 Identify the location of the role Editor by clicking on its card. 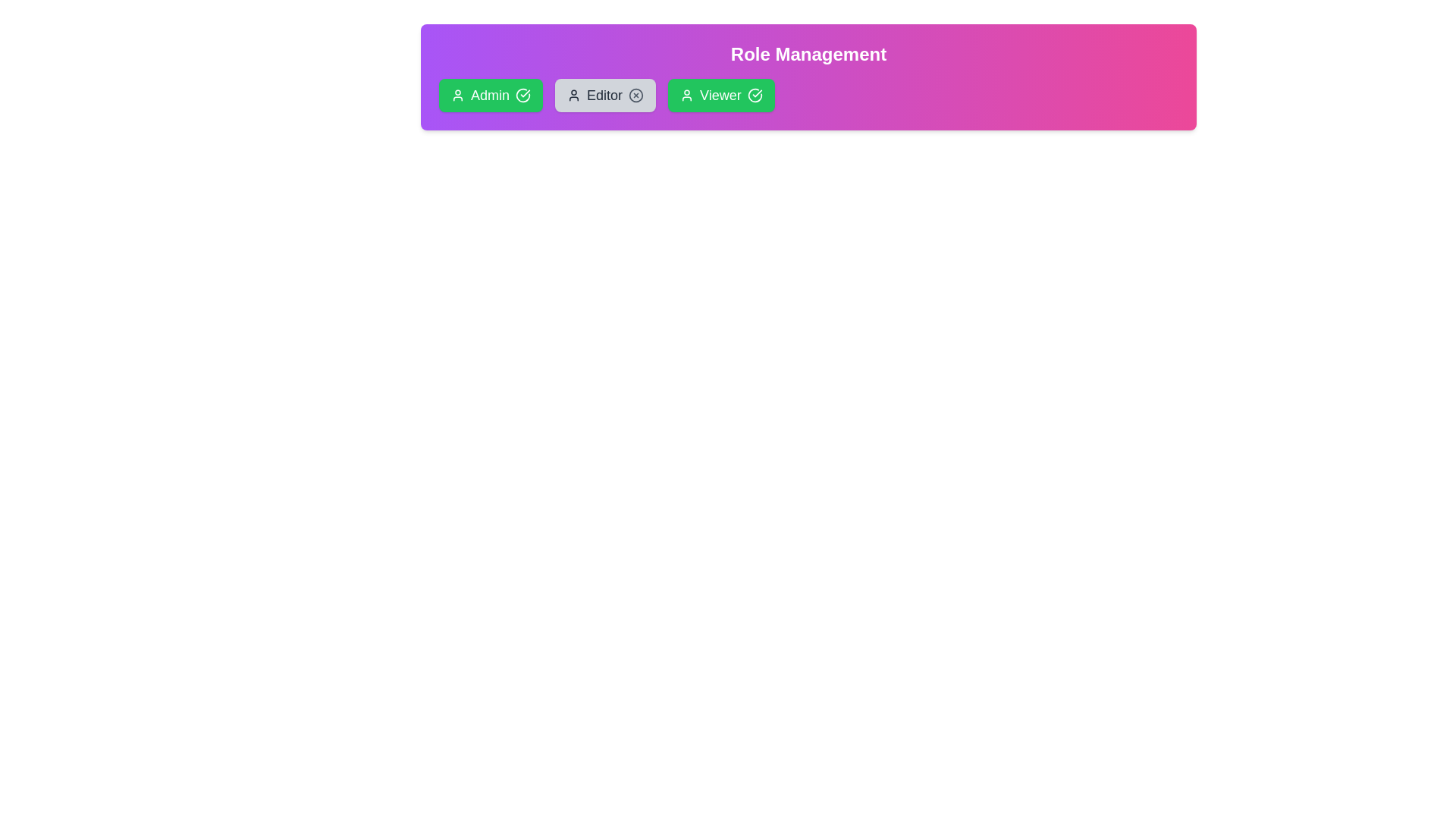
(604, 96).